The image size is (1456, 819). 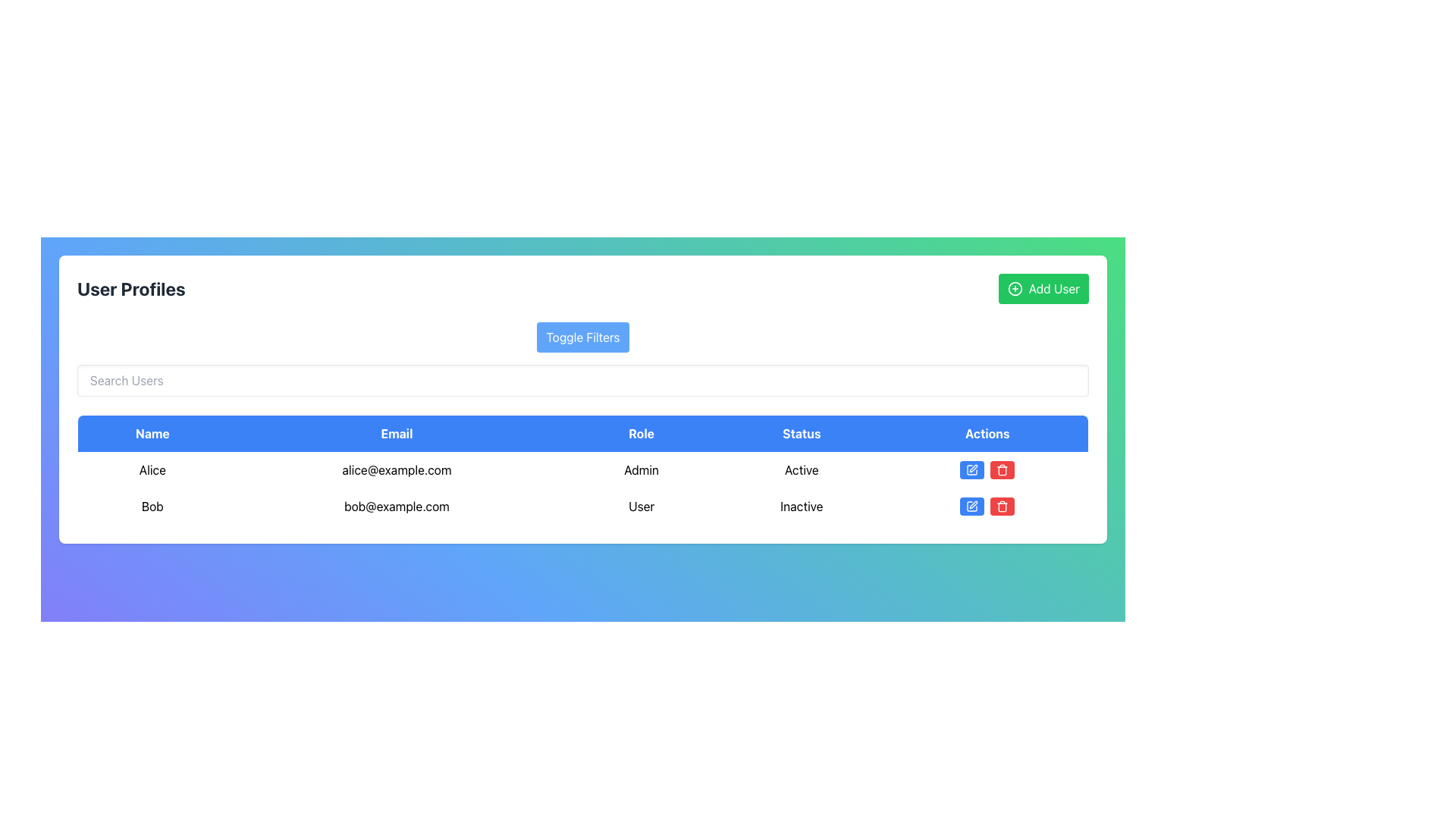 I want to click on the delete button located in the 'Actions' column of the second row in the user list table, so click(x=1003, y=506).